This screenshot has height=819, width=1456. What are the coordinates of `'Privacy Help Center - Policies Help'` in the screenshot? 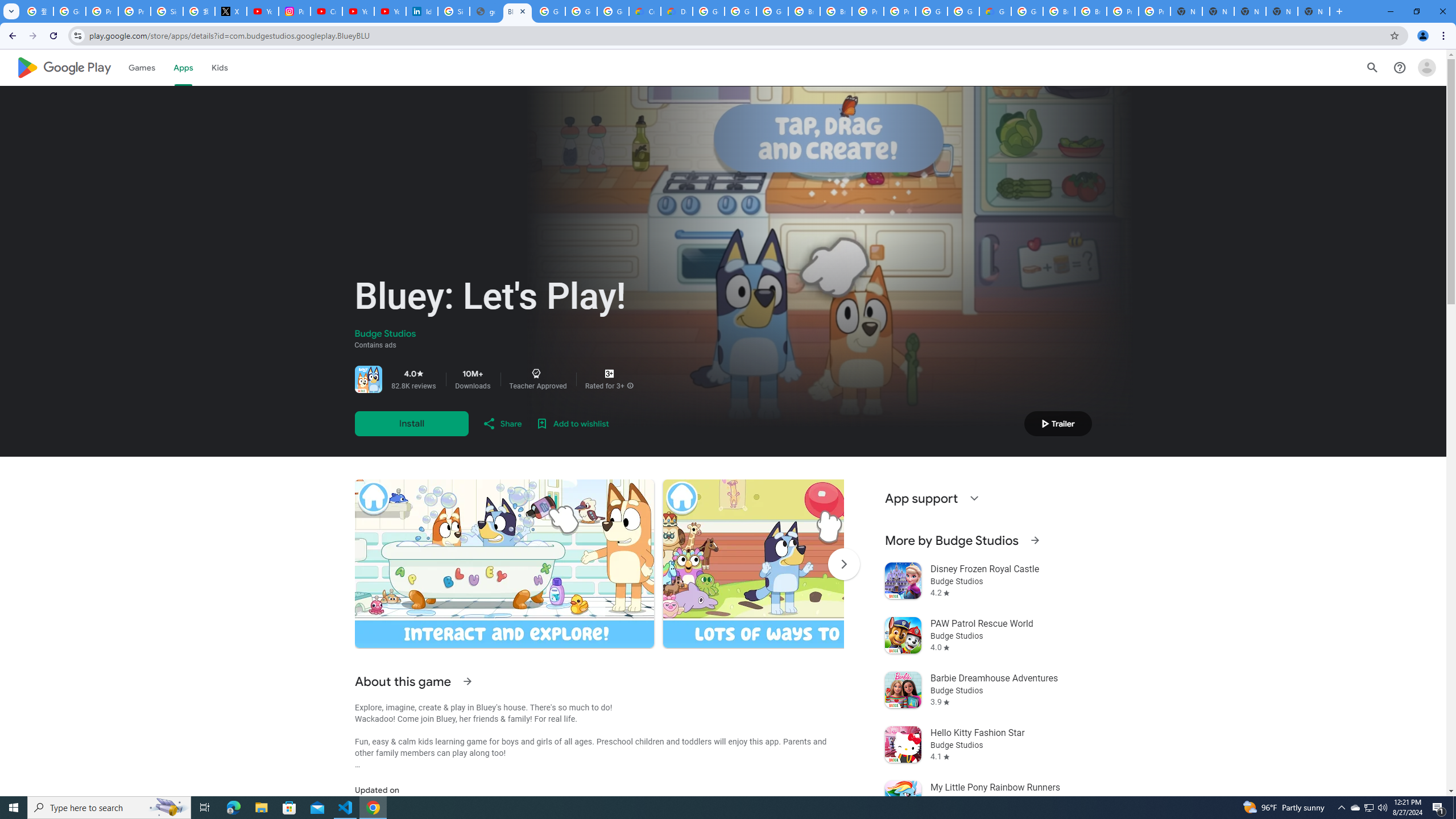 It's located at (134, 11).